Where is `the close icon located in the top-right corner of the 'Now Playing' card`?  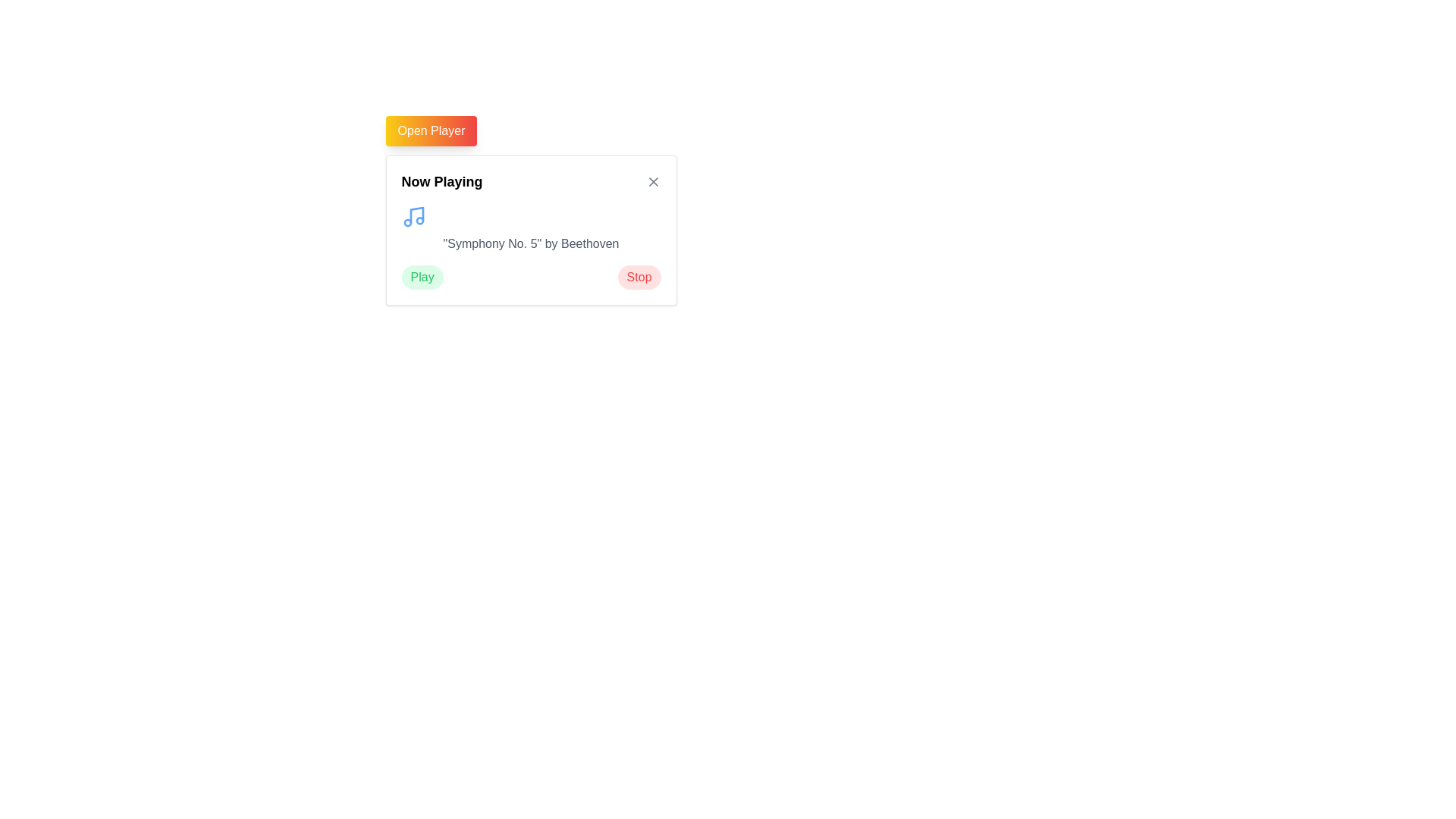 the close icon located in the top-right corner of the 'Now Playing' card is located at coordinates (653, 180).